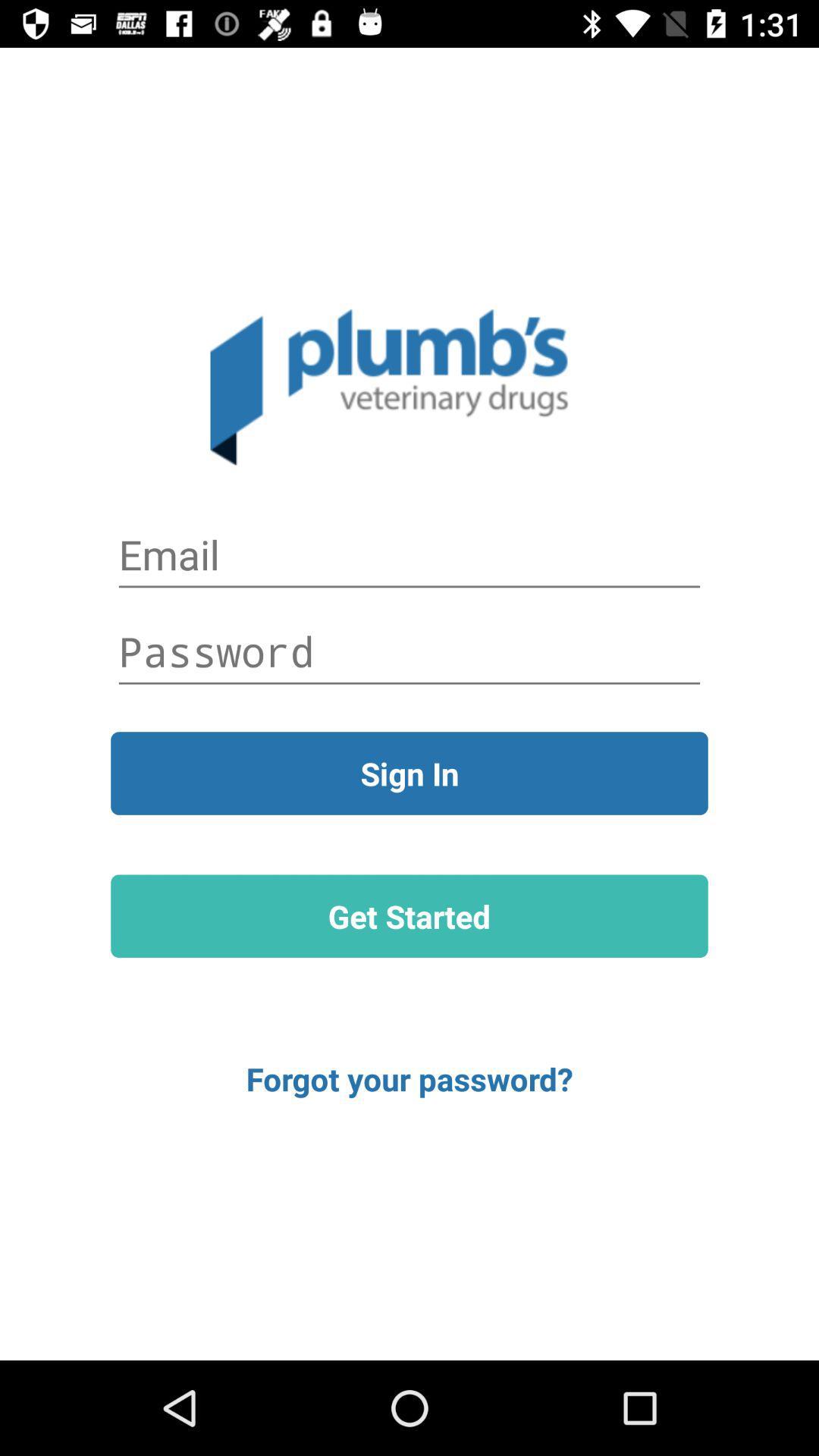 The image size is (819, 1456). I want to click on the sign in item, so click(409, 773).